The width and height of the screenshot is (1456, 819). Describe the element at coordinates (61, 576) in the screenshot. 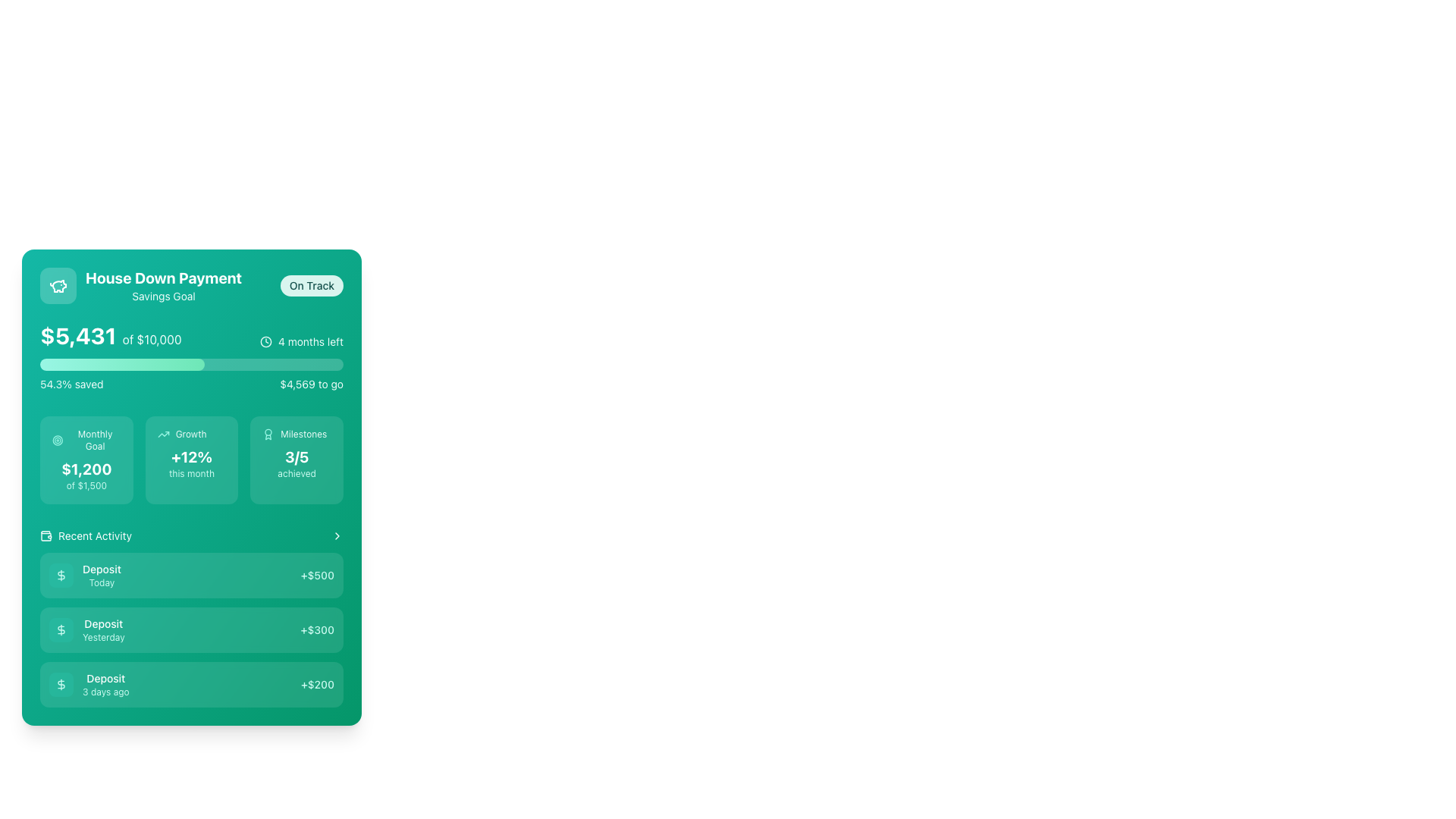

I see `the dollar sign icon representing a deposit entry, which is styled with an outline design and surrounded by teal shading, located in the recent activity section to the left of 'Deposit Today'` at that location.